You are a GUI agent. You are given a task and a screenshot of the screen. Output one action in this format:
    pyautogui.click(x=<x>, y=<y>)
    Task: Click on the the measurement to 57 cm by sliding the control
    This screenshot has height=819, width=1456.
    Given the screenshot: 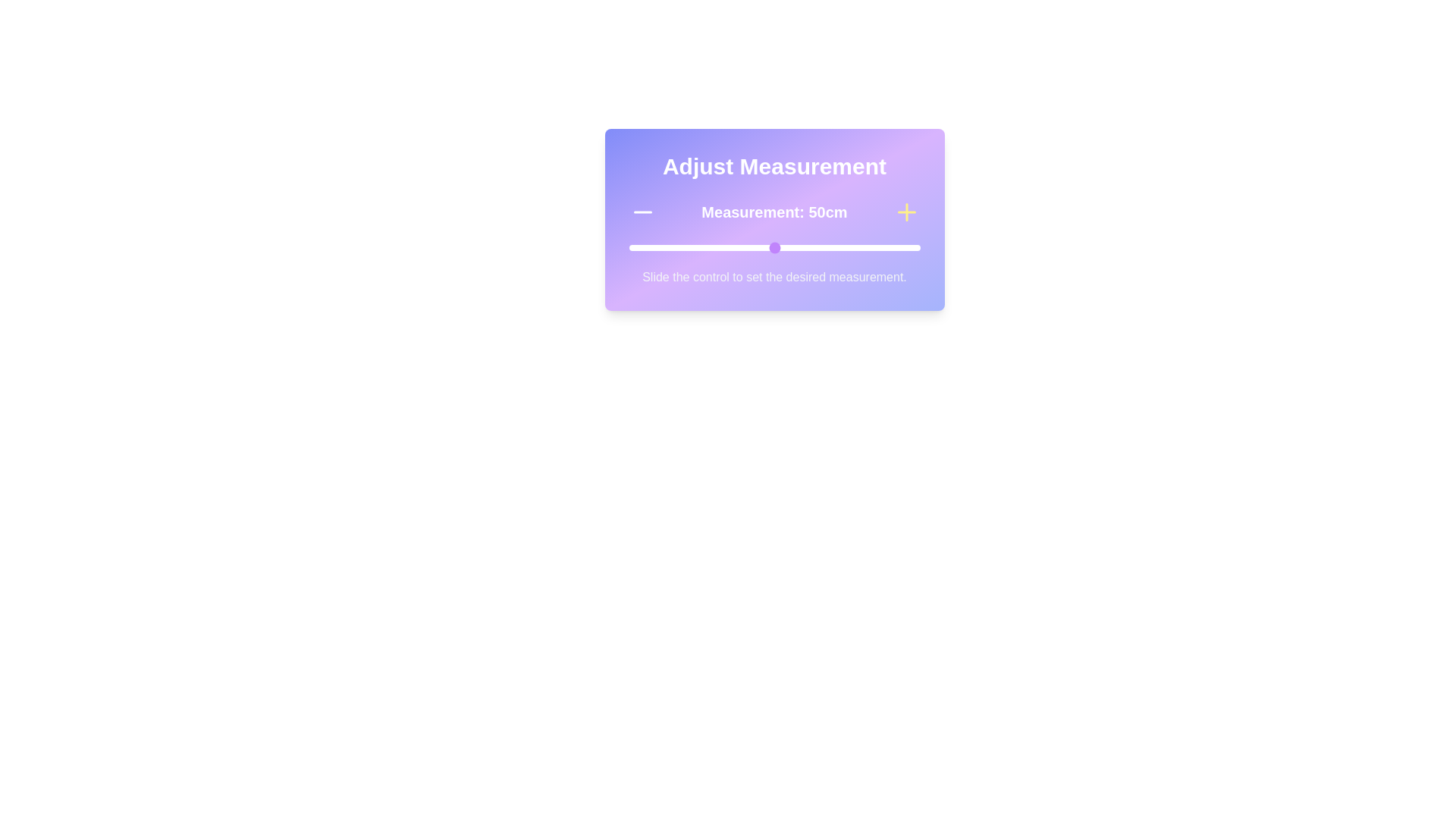 What is the action you would take?
    pyautogui.click(x=794, y=247)
    